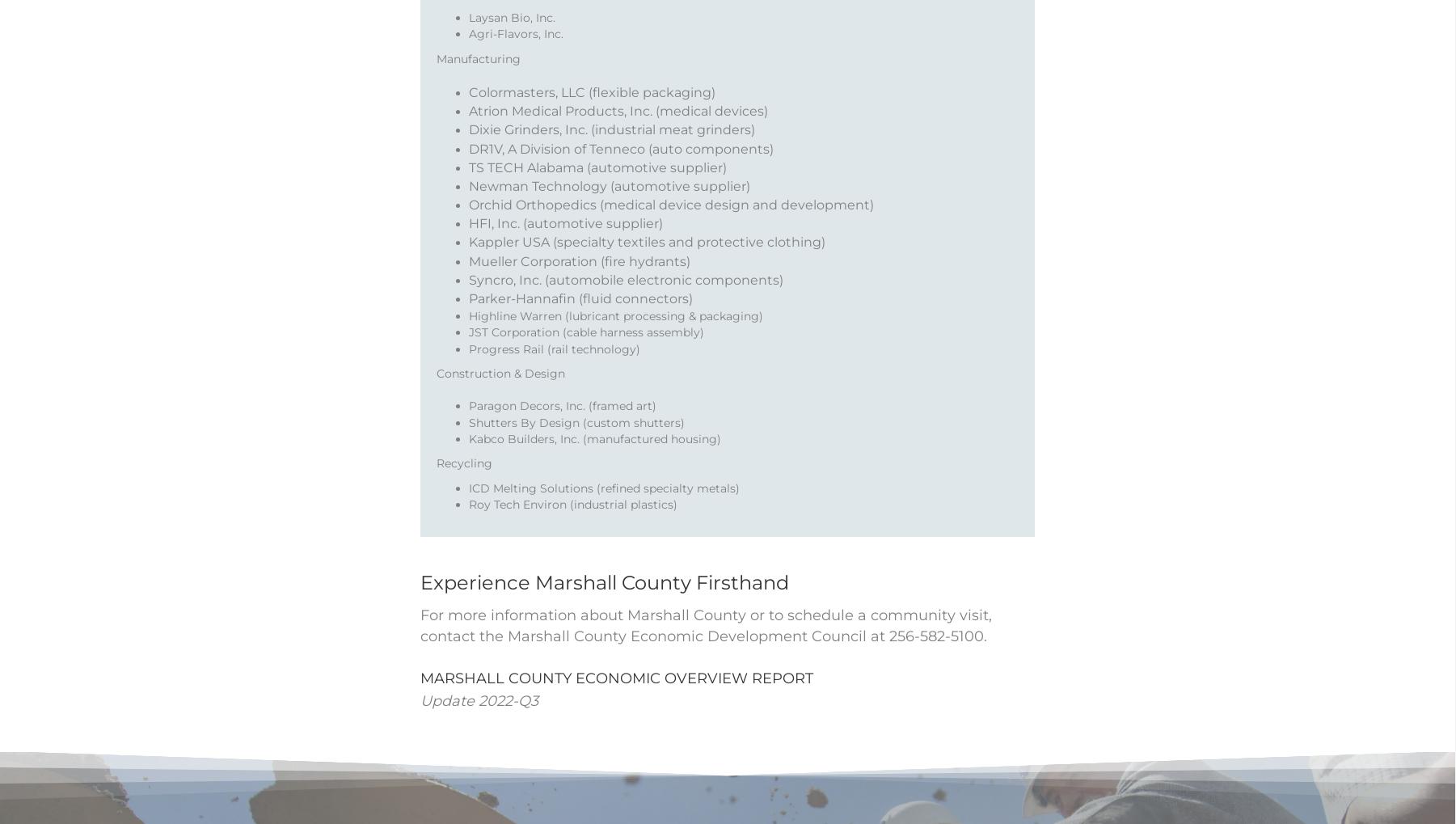 This screenshot has width=1456, height=824. What do you see at coordinates (479, 721) in the screenshot?
I see `'Update 2022-Q3'` at bounding box center [479, 721].